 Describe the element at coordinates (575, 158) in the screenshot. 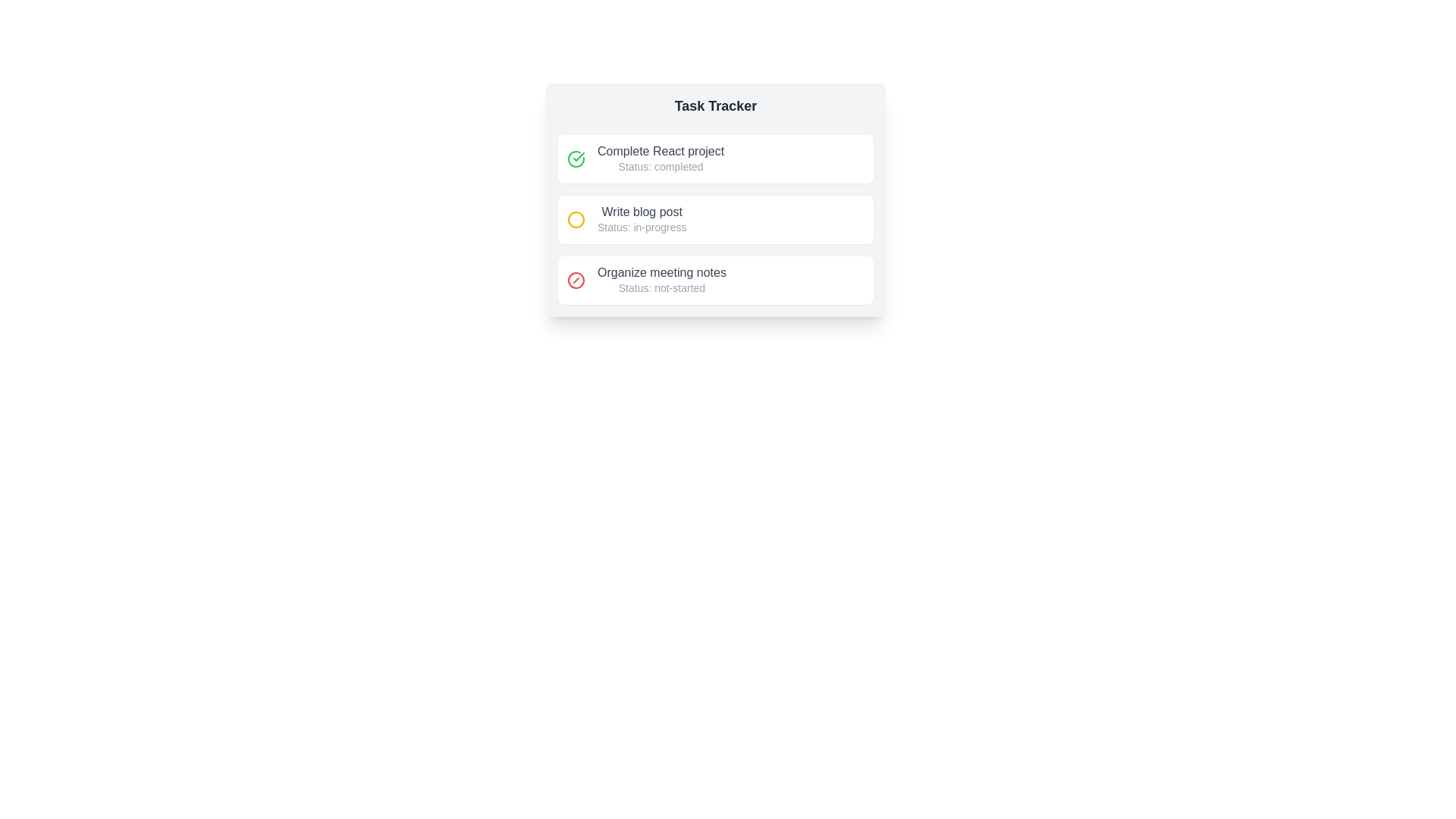

I see `the green circular icon with a checkmark that indicates the 'completed' status for the task 'Complete React project'` at that location.